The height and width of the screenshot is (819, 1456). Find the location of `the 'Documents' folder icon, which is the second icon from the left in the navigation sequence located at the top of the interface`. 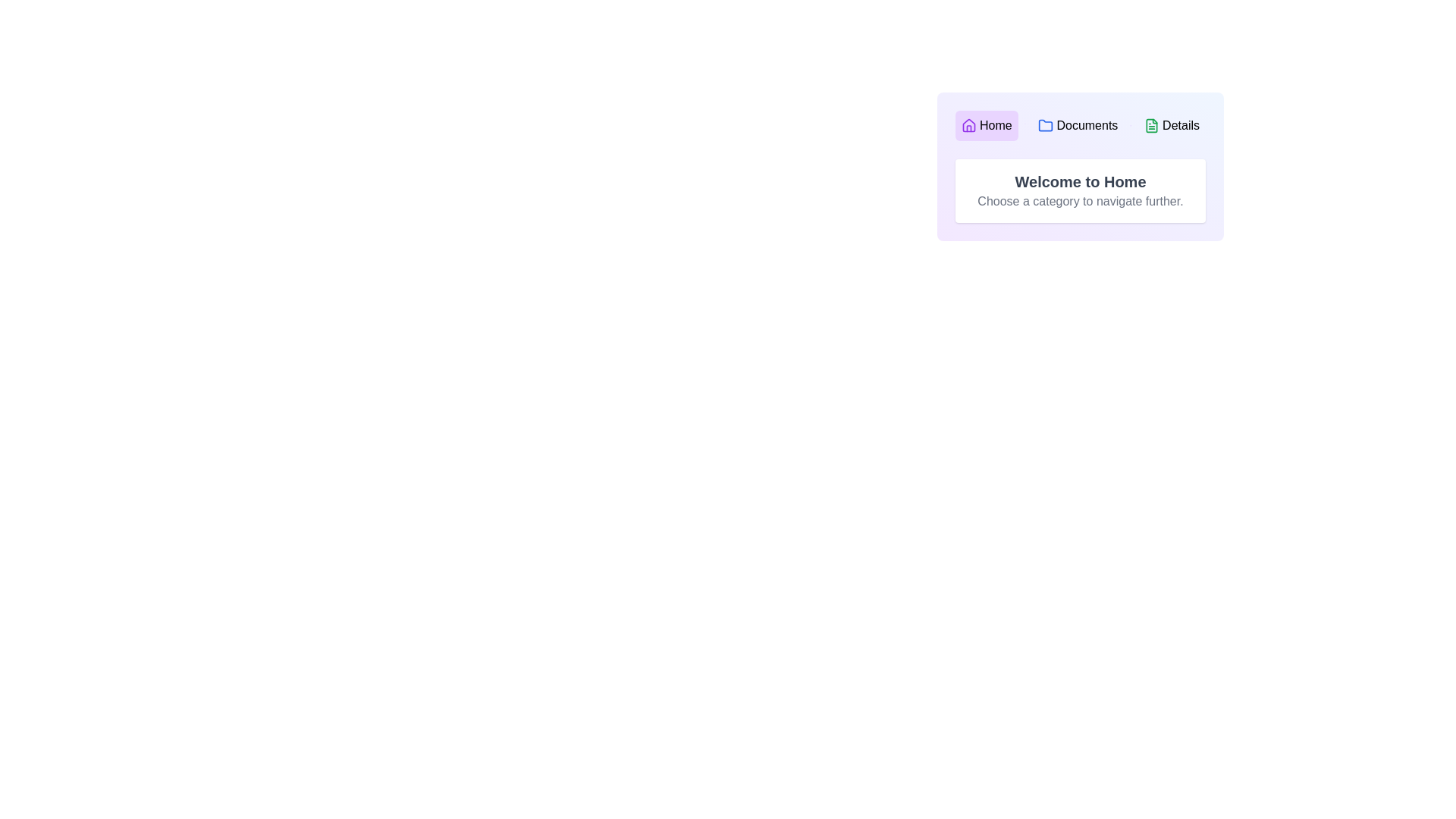

the 'Documents' folder icon, which is the second icon from the left in the navigation sequence located at the top of the interface is located at coordinates (1045, 124).